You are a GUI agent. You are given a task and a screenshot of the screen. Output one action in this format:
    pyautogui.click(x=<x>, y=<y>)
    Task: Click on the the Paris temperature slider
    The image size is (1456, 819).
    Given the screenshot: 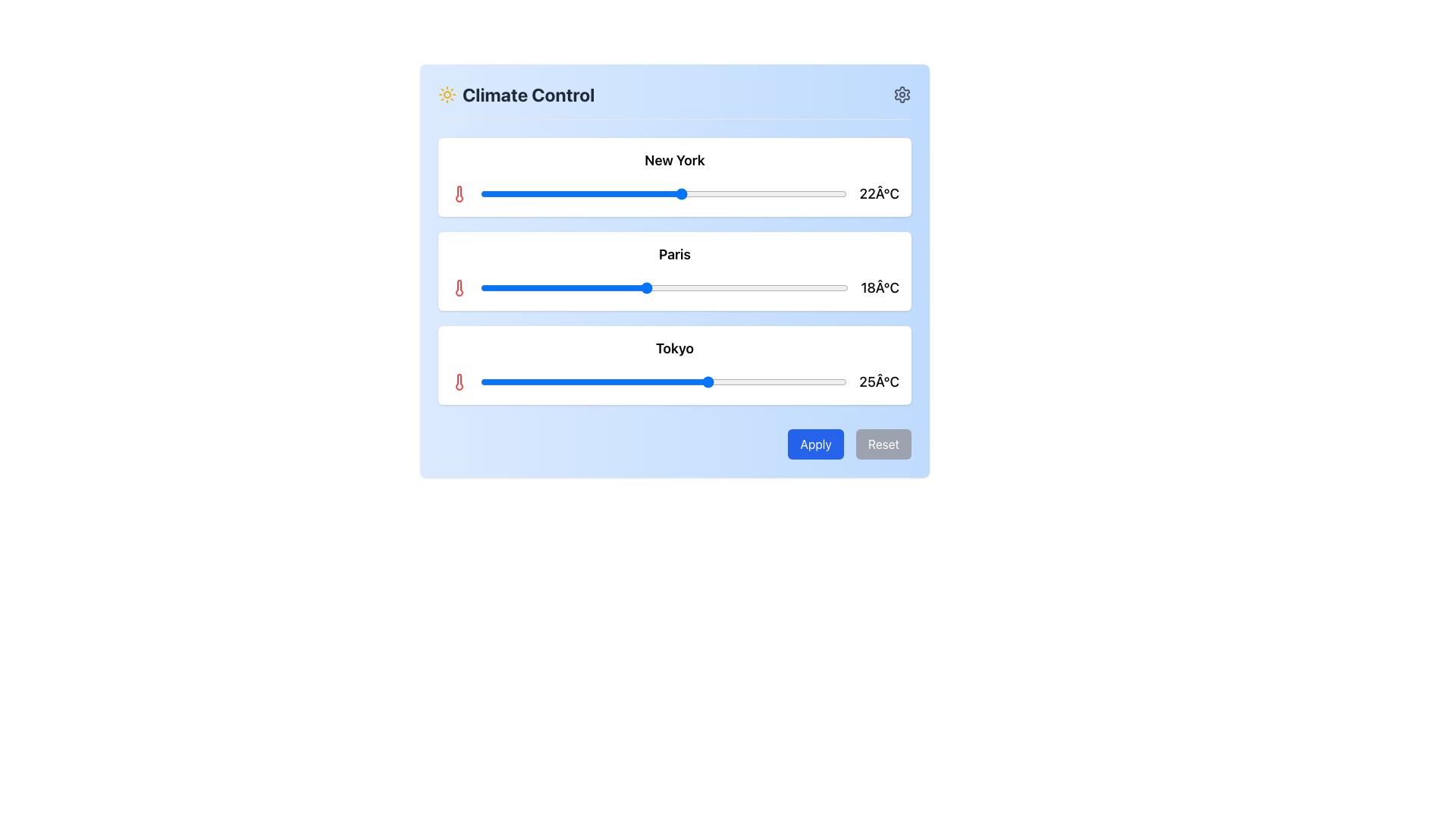 What is the action you would take?
    pyautogui.click(x=637, y=288)
    